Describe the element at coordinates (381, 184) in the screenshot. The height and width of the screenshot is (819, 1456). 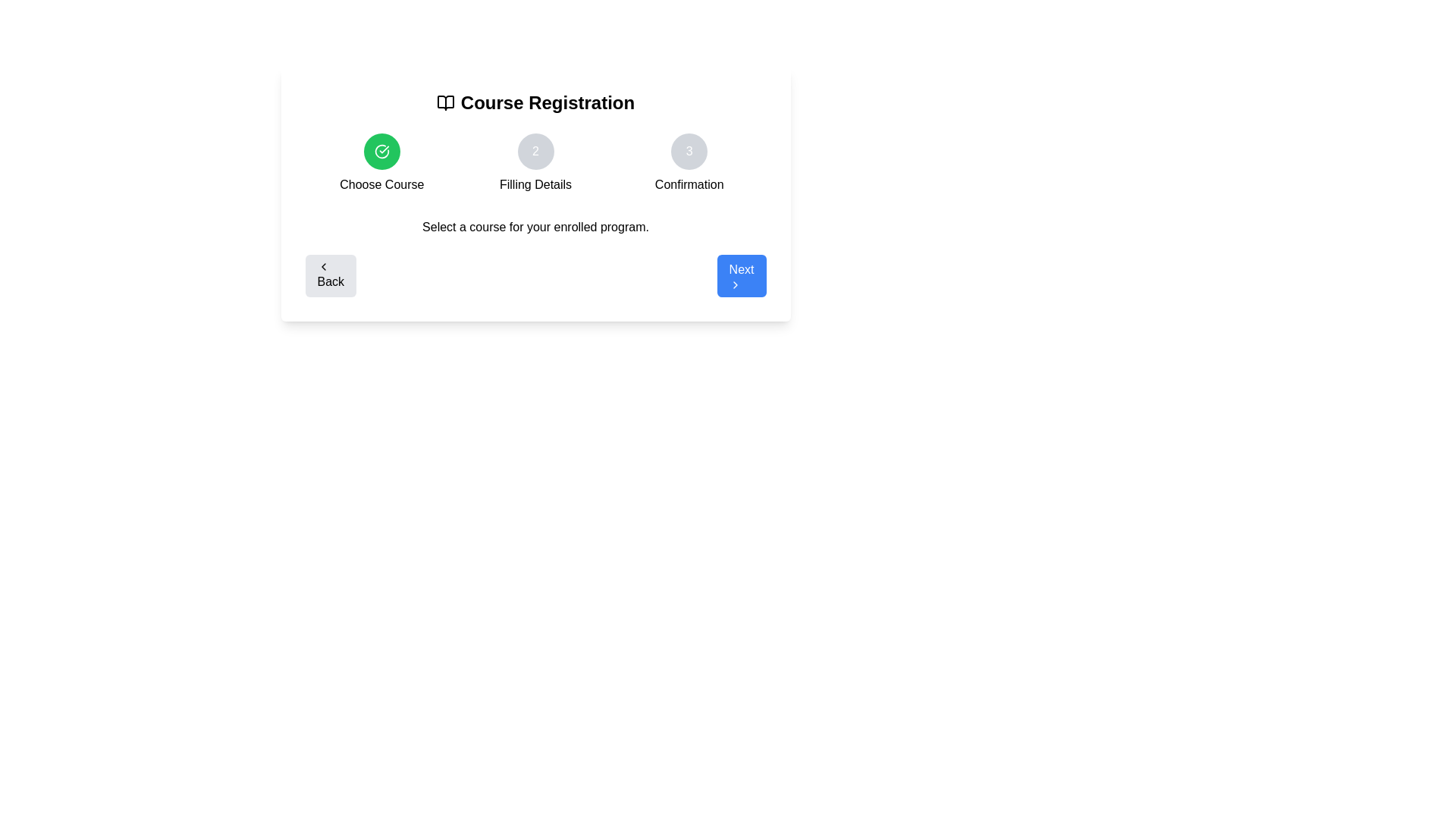
I see `the static text label that describes the 'Choose Course' step in the step-by-step process interface` at that location.